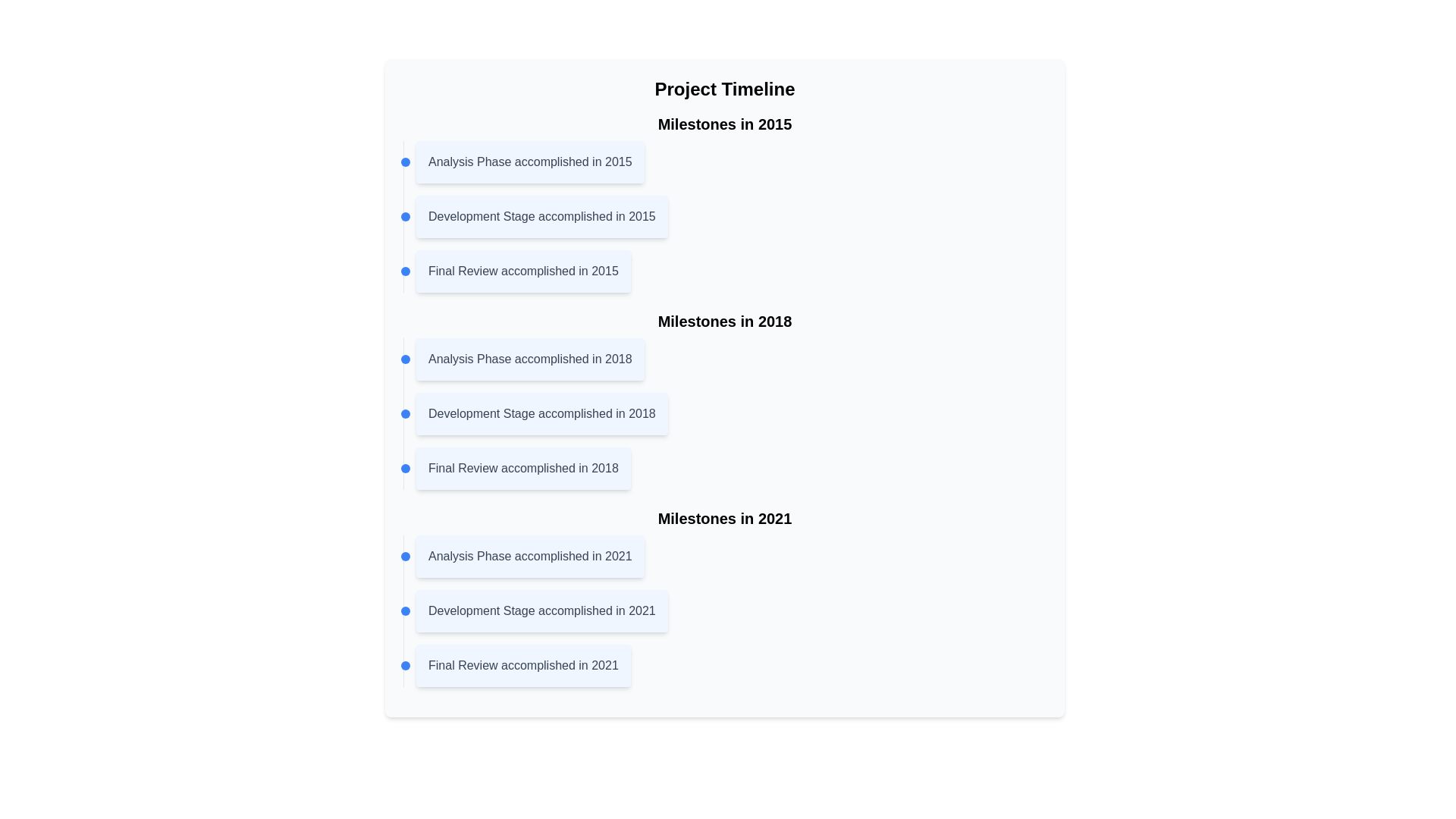  Describe the element at coordinates (523, 271) in the screenshot. I see `text element that signifies the final review phase accomplished in 2015, which is the third entry under the 'Milestones in 2015' section of the timeline` at that location.